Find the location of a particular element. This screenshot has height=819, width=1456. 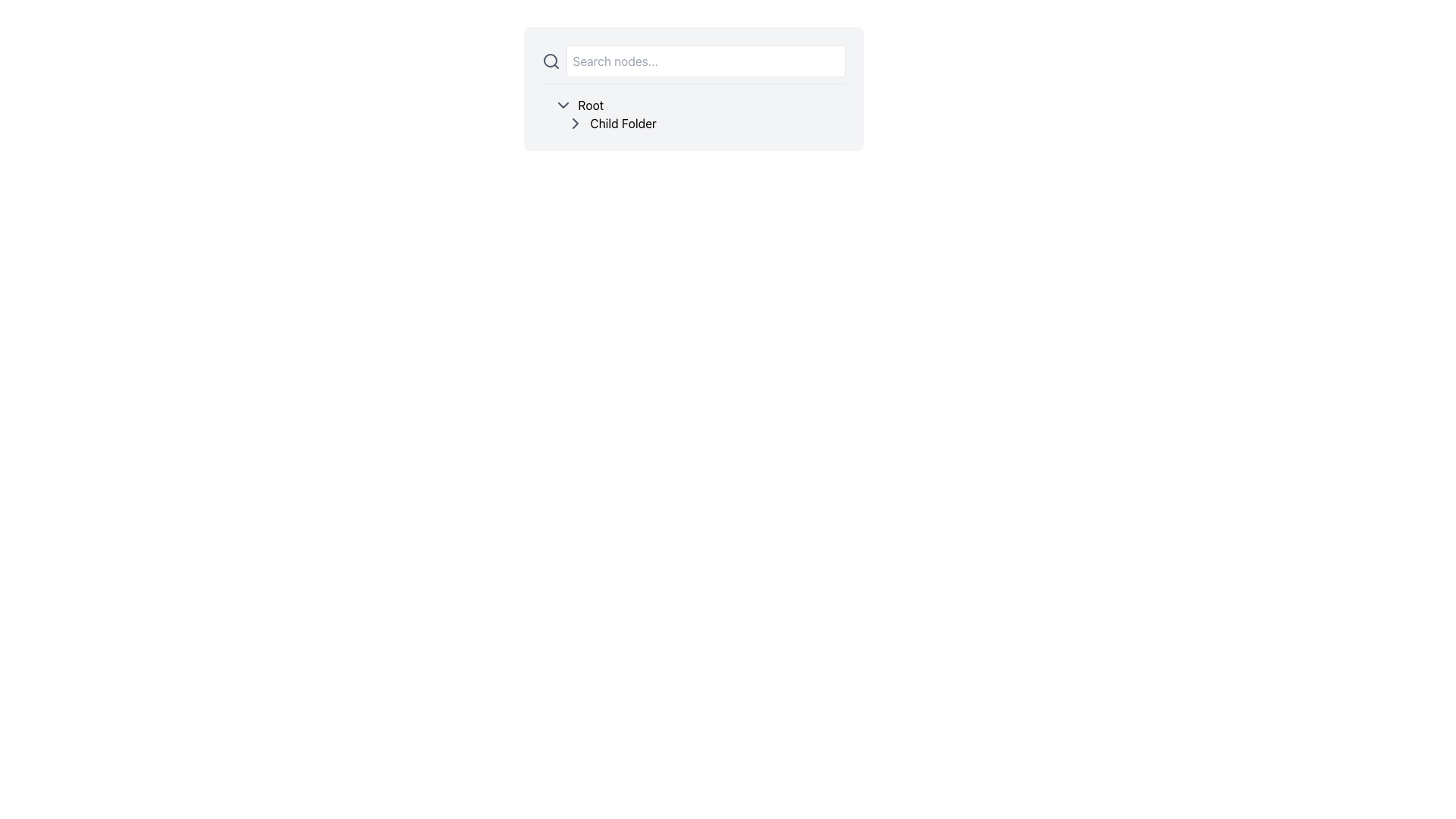

the Circle graphic element that serves as part of the magnifying glass icon in the search bar is located at coordinates (549, 60).